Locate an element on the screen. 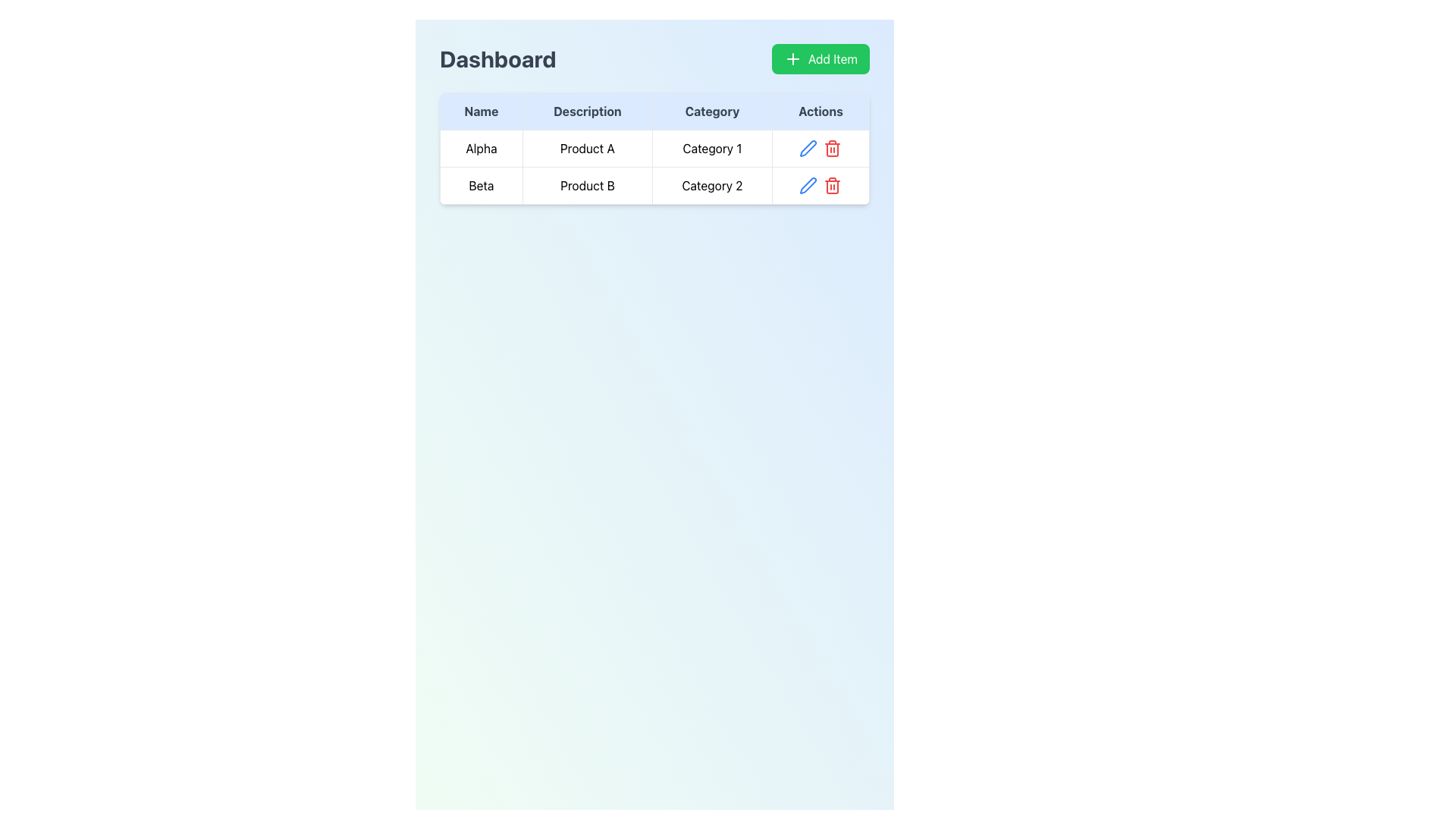 The height and width of the screenshot is (819, 1456). the control group containing the blue pen-shaped icon and the red trash bin icon in the 'Actions' column of the first row of the table for additional information is located at coordinates (820, 149).